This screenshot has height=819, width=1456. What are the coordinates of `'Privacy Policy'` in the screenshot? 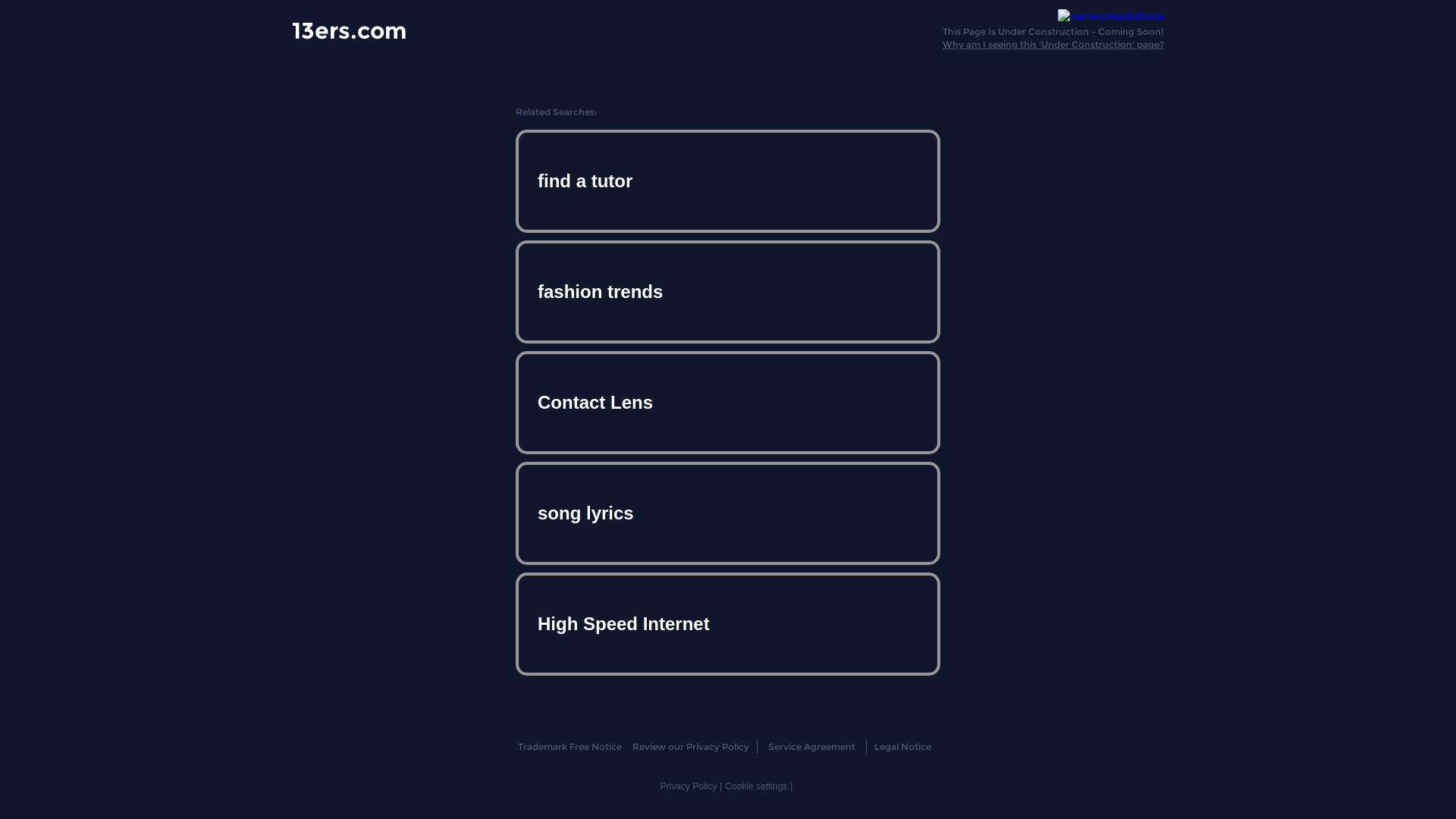 It's located at (659, 786).